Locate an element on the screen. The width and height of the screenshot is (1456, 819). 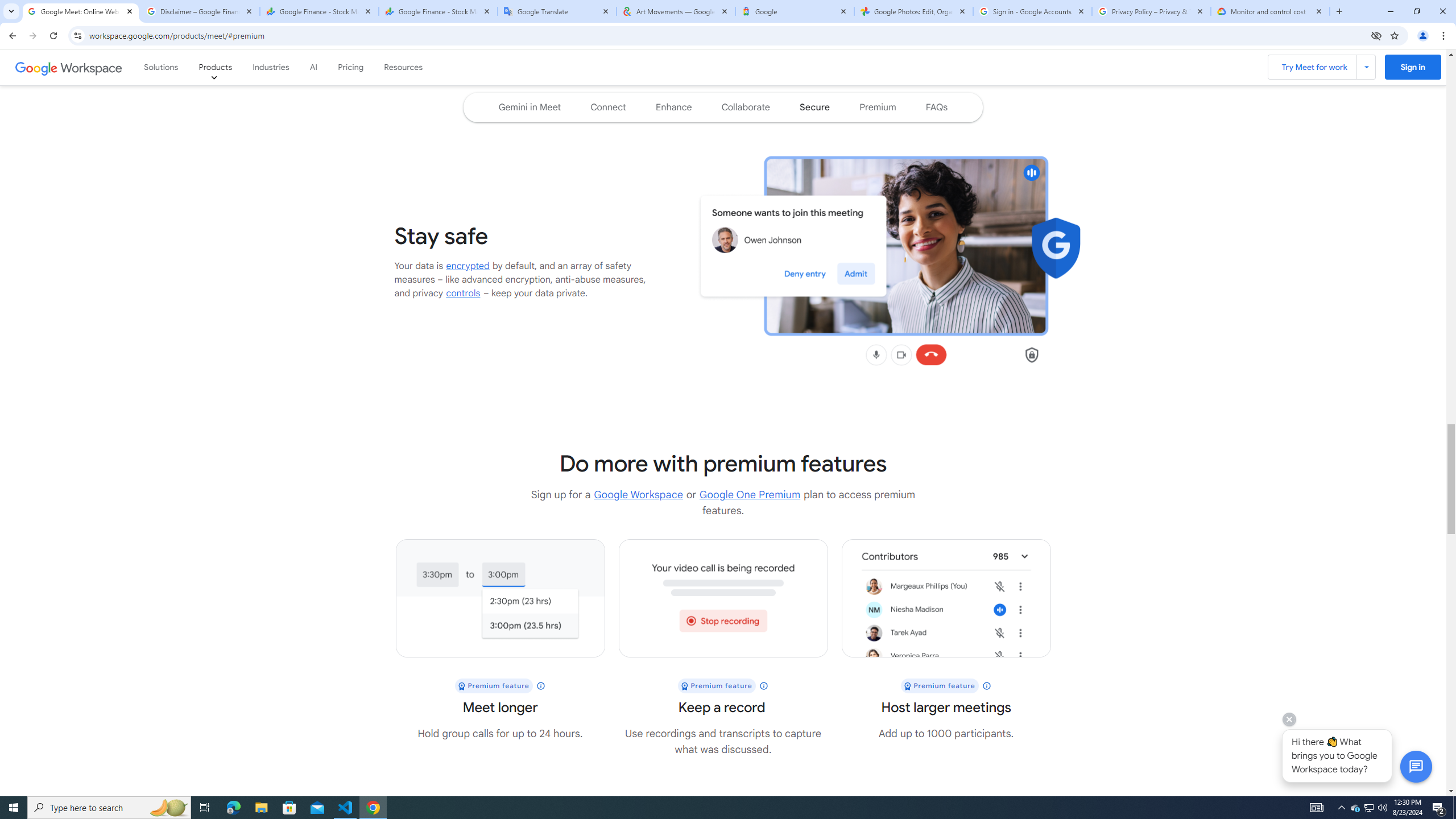
'Jump to the premium section of the page' is located at coordinates (877, 107).